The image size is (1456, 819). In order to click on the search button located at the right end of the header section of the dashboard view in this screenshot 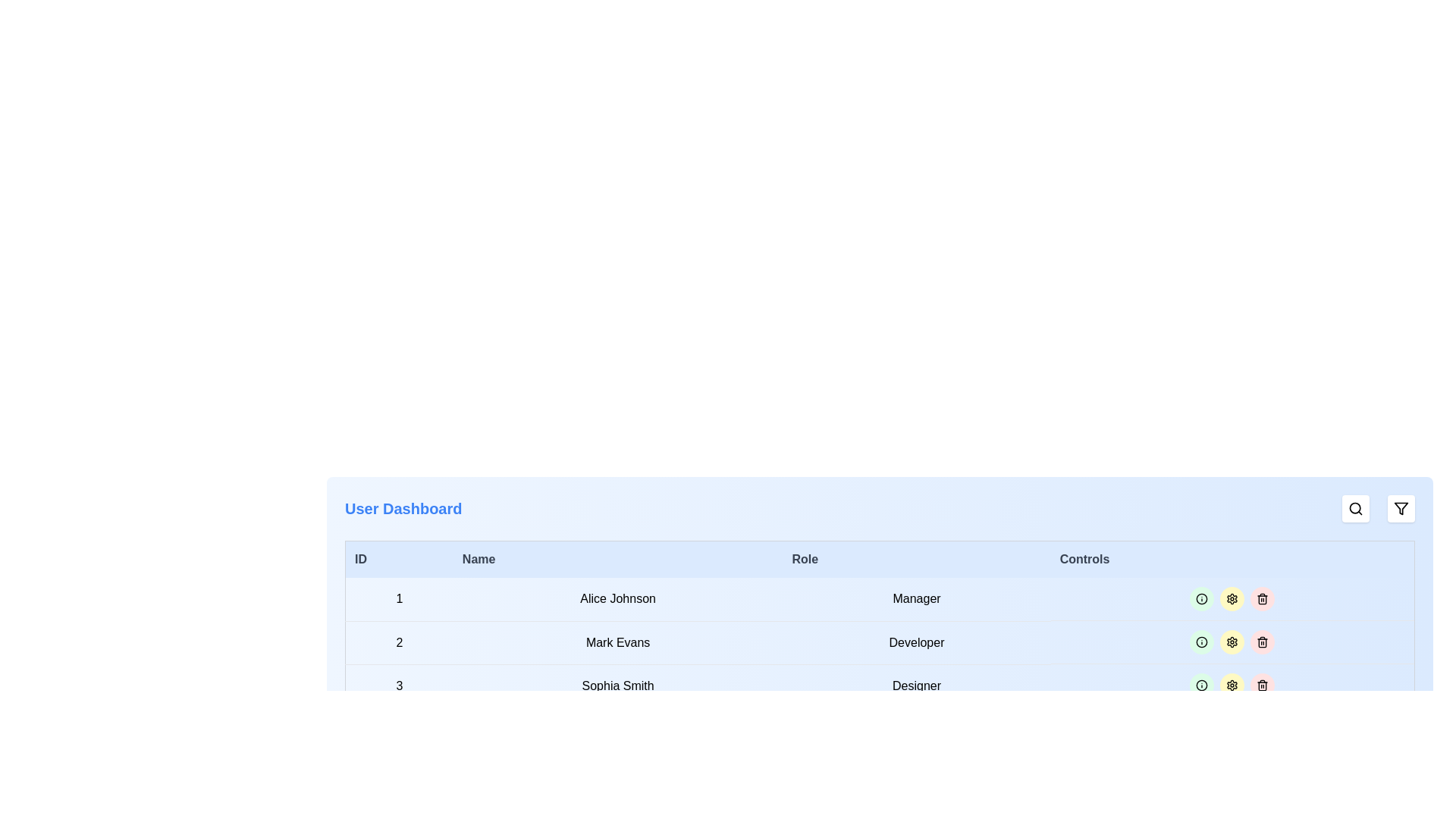, I will do `click(1356, 509)`.